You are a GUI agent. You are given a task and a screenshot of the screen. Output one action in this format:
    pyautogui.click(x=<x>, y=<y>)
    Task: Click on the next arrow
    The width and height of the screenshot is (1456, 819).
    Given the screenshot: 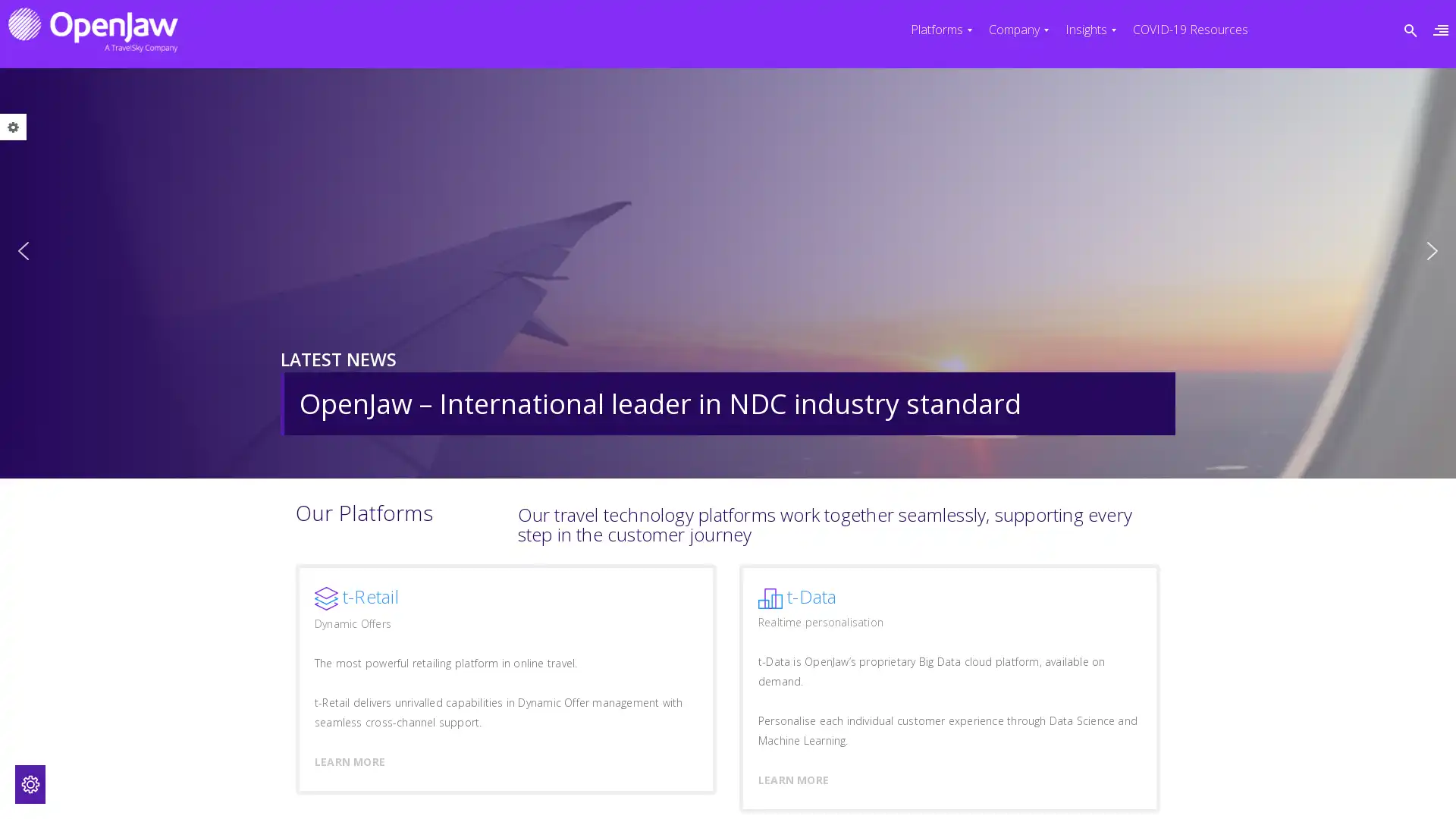 What is the action you would take?
    pyautogui.click(x=1432, y=250)
    